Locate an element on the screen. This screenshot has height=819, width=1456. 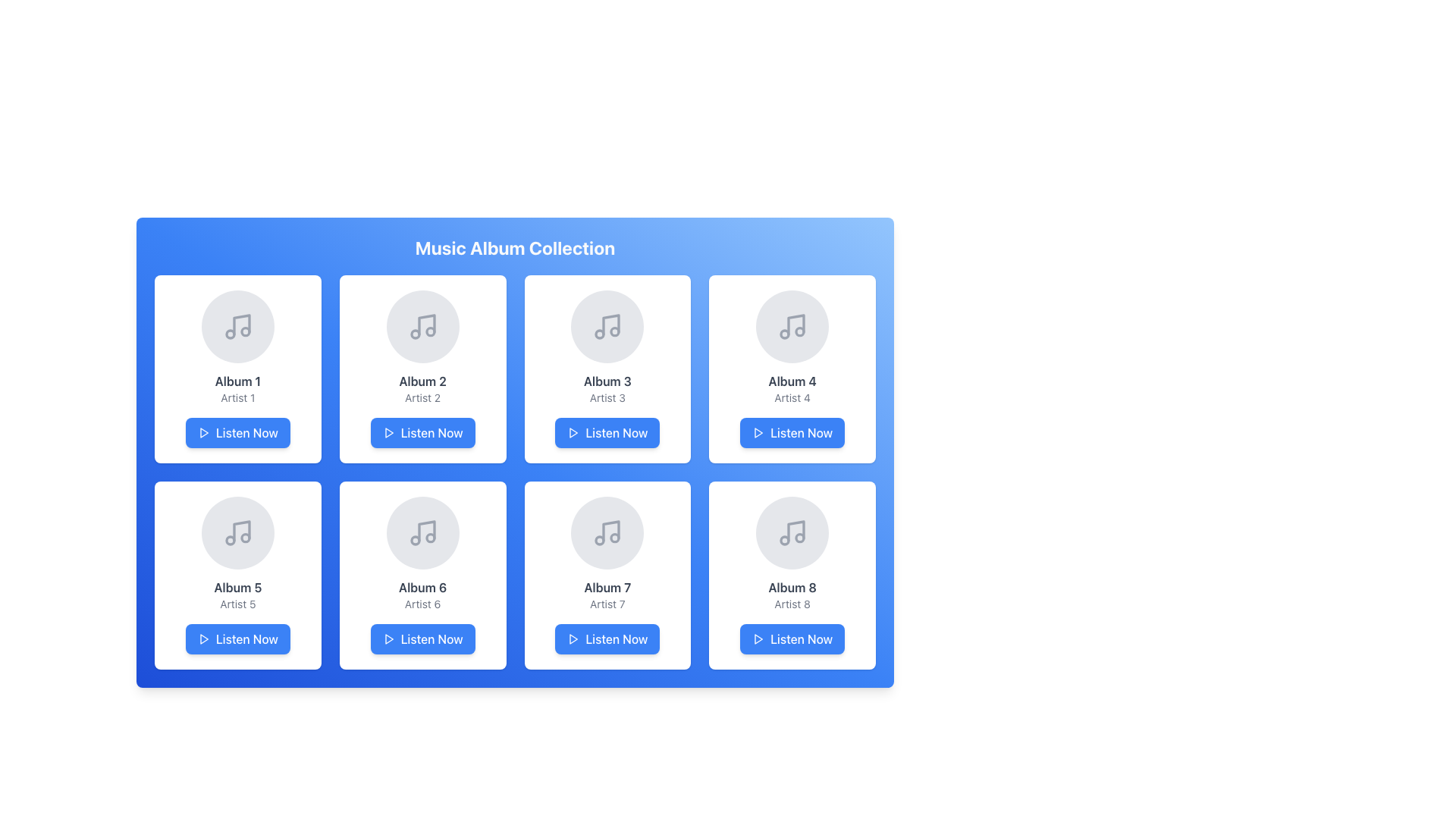
the text label that reads 'Artist 8', which is styled in gray and positioned below 'Album 8' and above the 'Listen Now' button in the eighth card of the grid layout is located at coordinates (792, 604).